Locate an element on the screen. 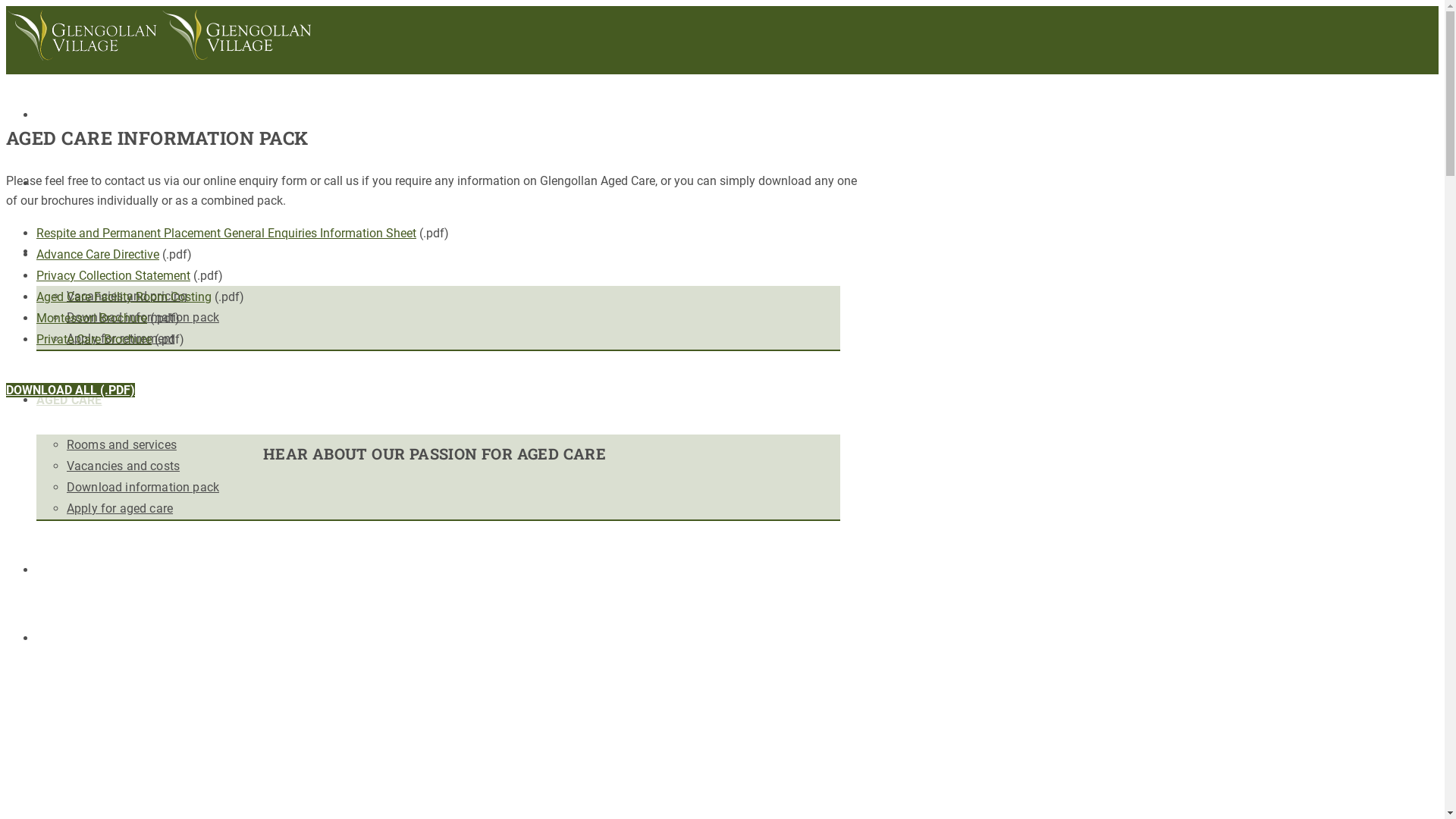 The image size is (1456, 819). 'DOWNLOAD ALL (.PDF)' is located at coordinates (6, 389).